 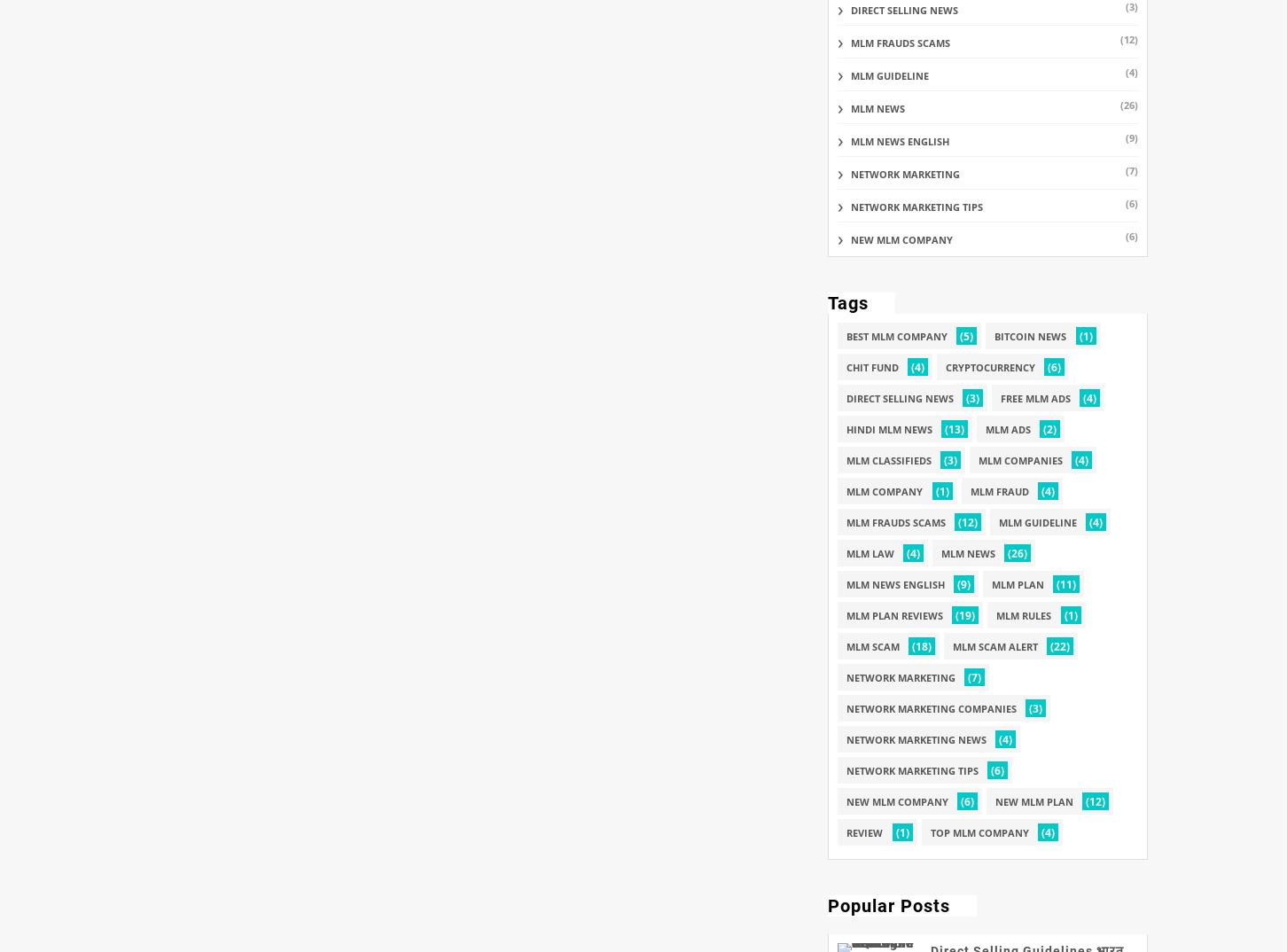 What do you see at coordinates (883, 490) in the screenshot?
I see `'mlm company'` at bounding box center [883, 490].